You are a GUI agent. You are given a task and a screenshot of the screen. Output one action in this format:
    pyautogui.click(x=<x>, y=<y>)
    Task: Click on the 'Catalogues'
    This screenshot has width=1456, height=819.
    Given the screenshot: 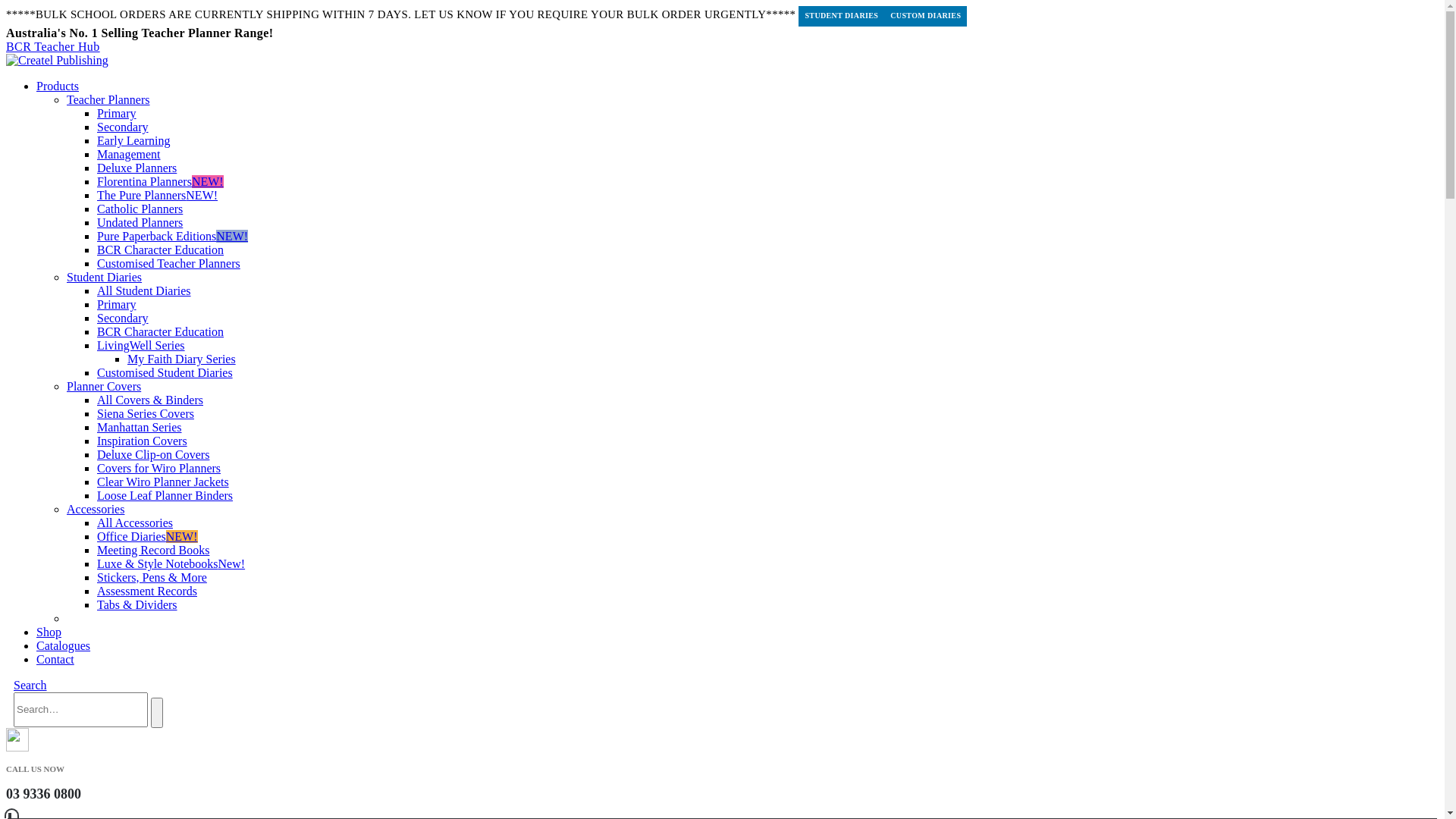 What is the action you would take?
    pyautogui.click(x=62, y=645)
    